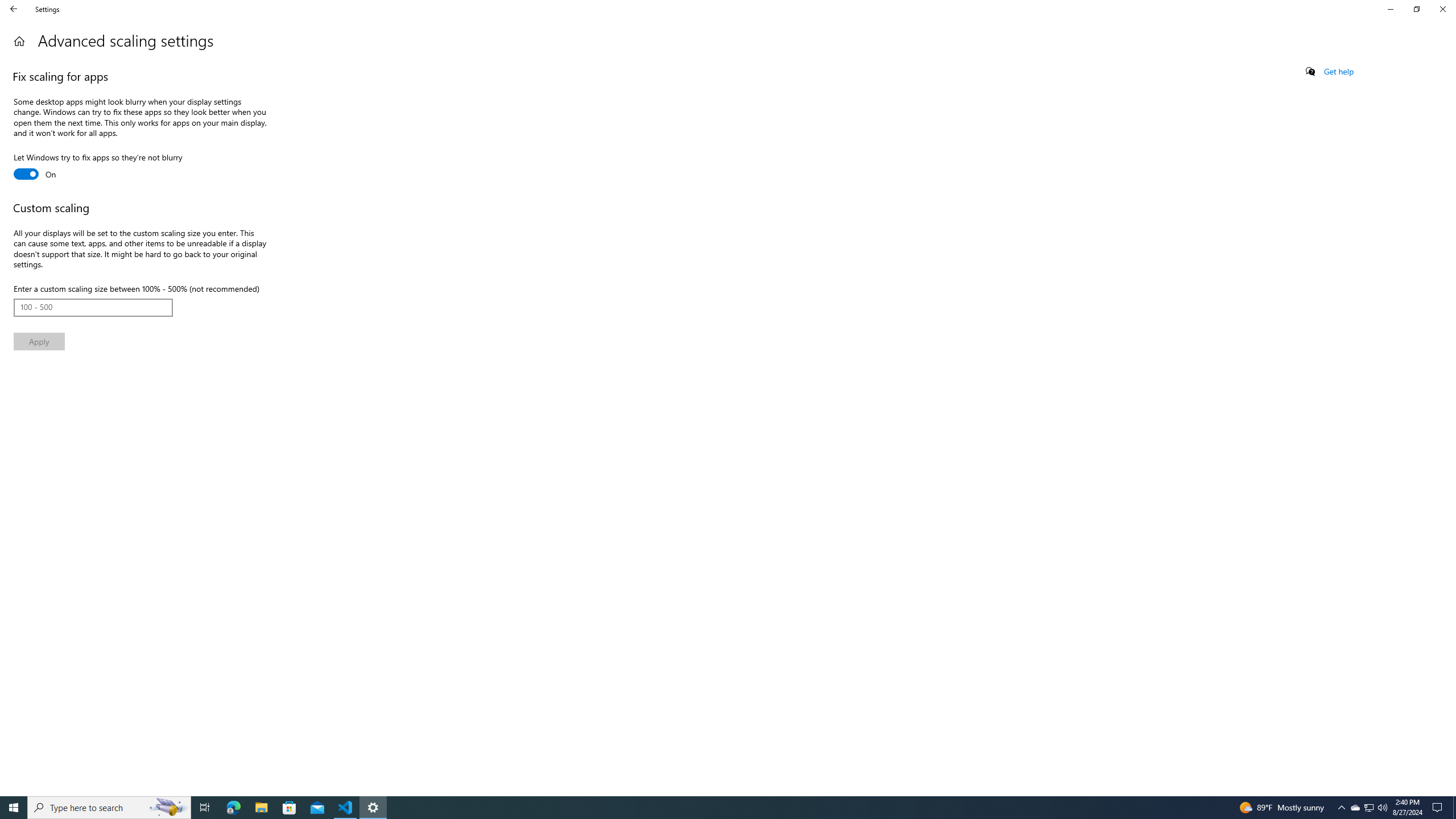 The height and width of the screenshot is (819, 1456). I want to click on 'Minimize Settings', so click(1389, 9).